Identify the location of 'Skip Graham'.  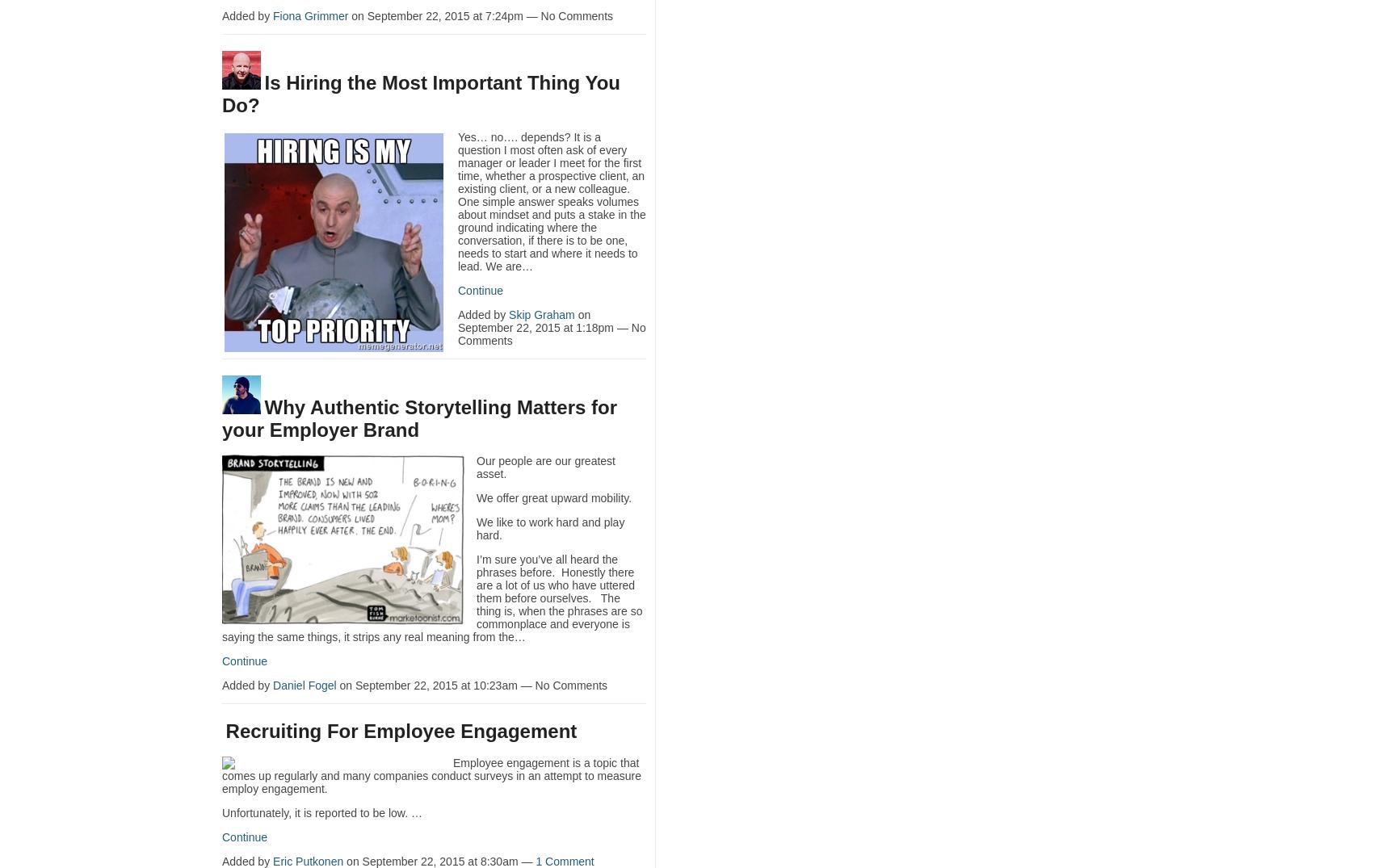
(508, 314).